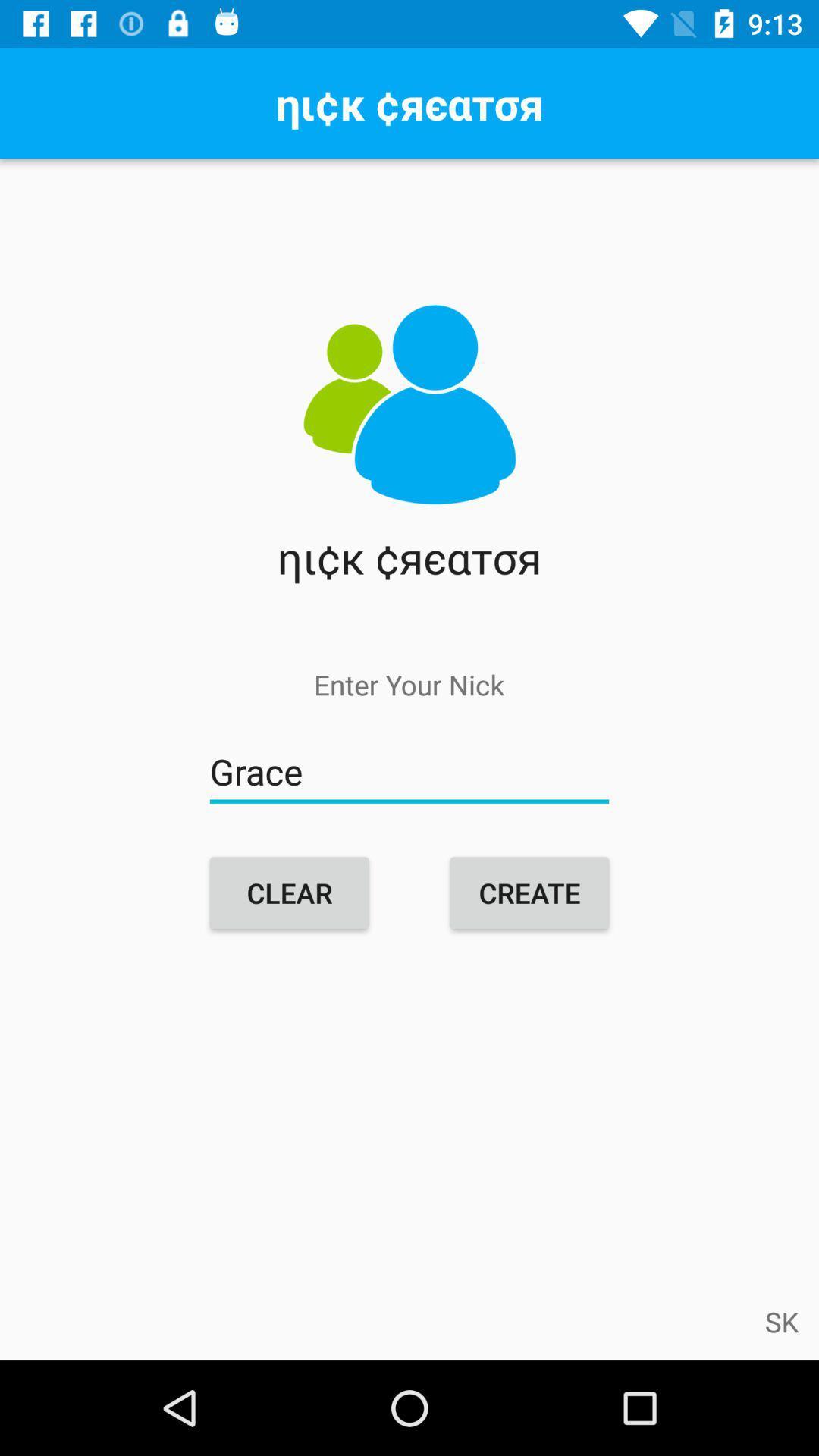  Describe the element at coordinates (529, 893) in the screenshot. I see `item below grace` at that location.